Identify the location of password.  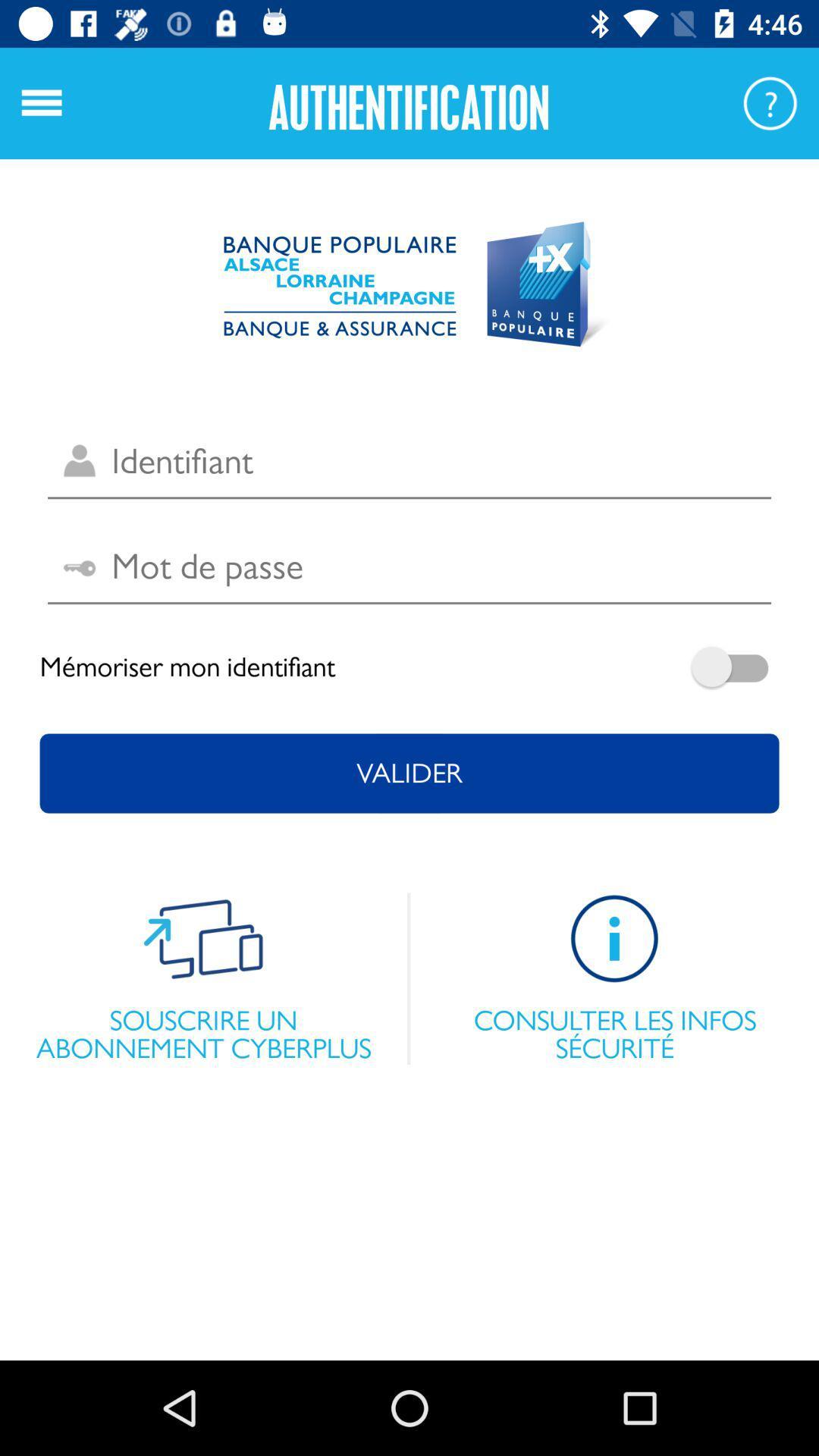
(409, 566).